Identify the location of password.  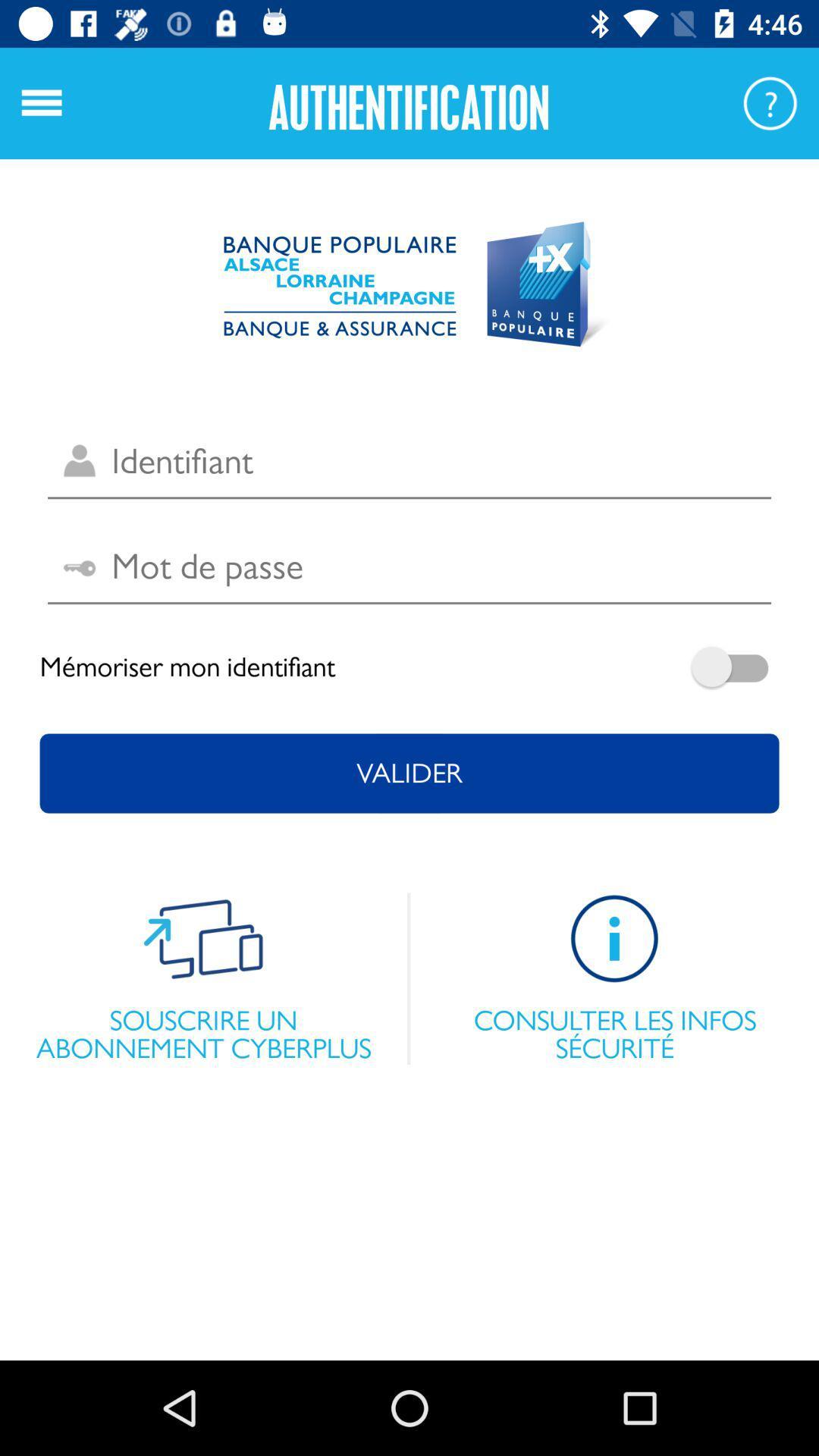
(409, 566).